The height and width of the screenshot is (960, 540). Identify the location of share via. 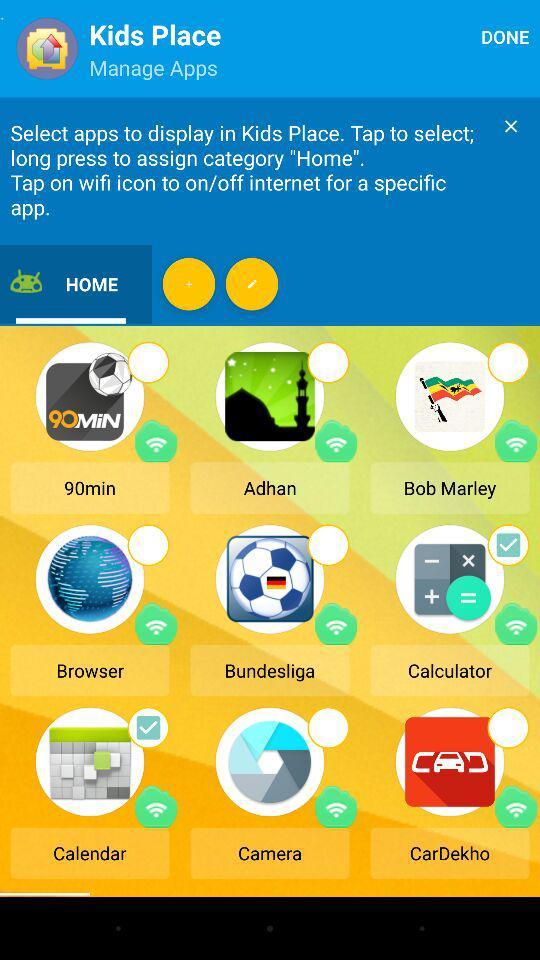
(155, 441).